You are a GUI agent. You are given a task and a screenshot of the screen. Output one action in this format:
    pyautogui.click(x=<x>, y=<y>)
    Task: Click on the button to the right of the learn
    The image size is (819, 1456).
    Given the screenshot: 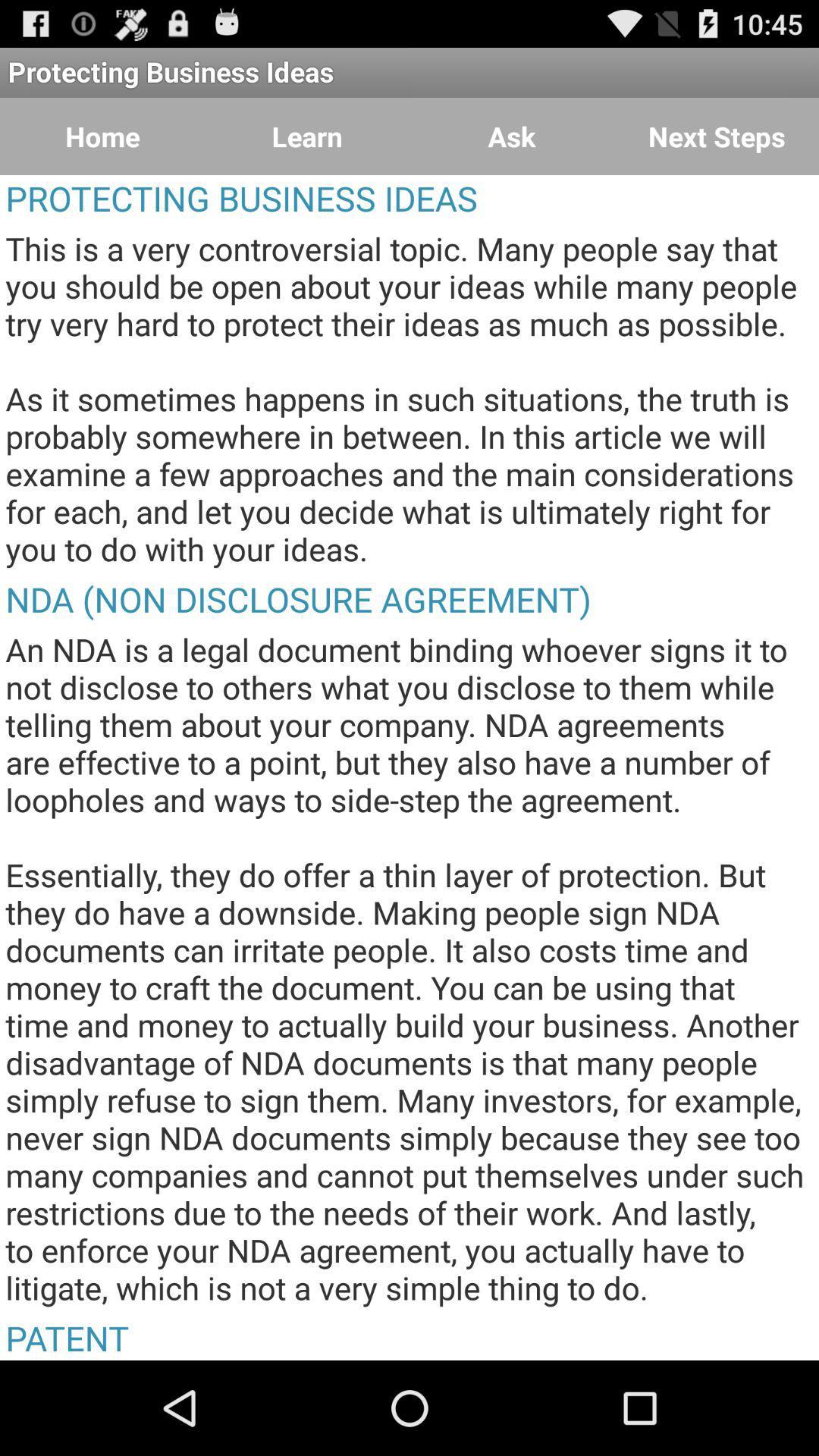 What is the action you would take?
    pyautogui.click(x=512, y=136)
    